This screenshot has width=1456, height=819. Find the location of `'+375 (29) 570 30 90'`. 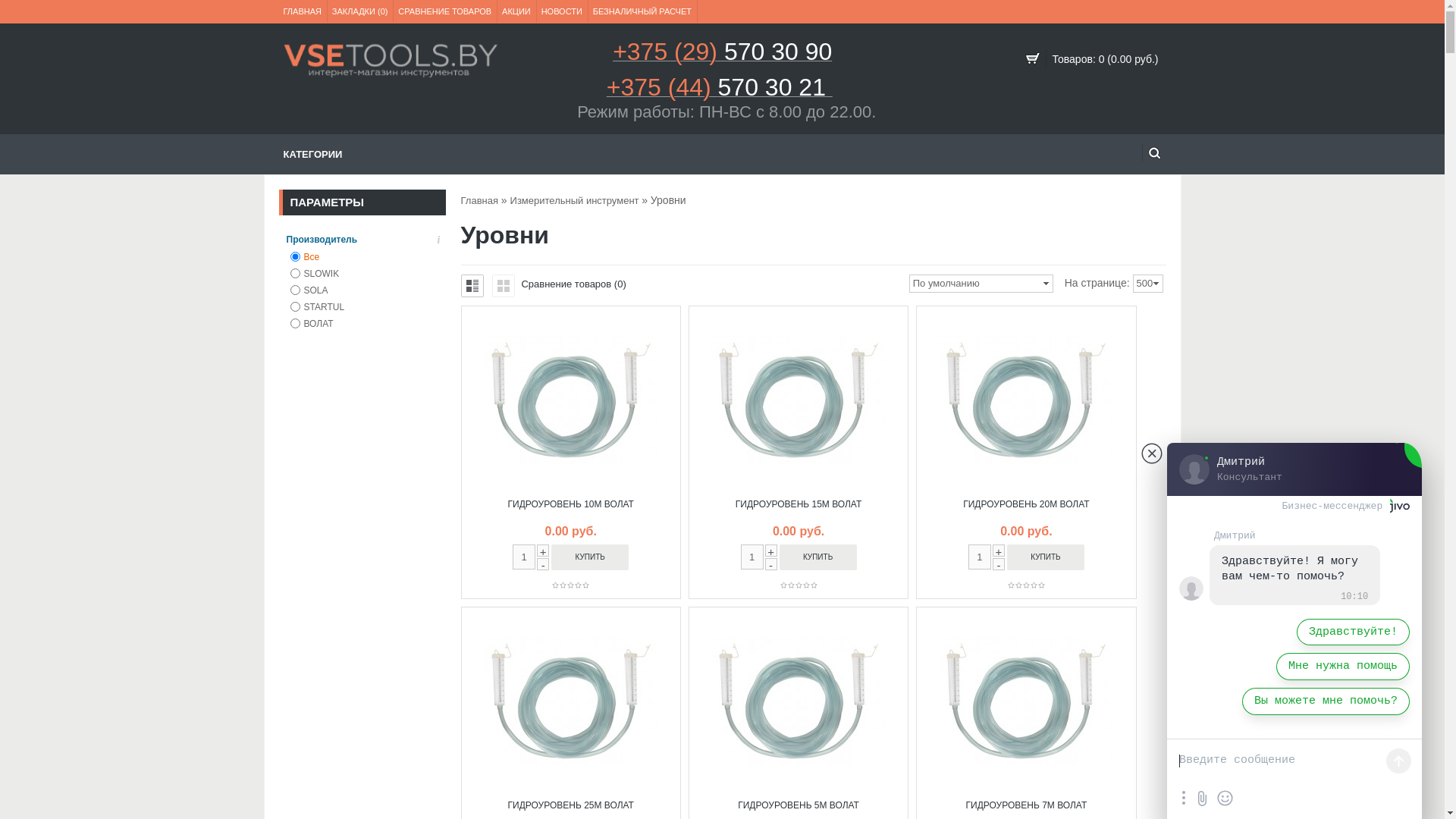

'+375 (29) 570 30 90' is located at coordinates (721, 55).